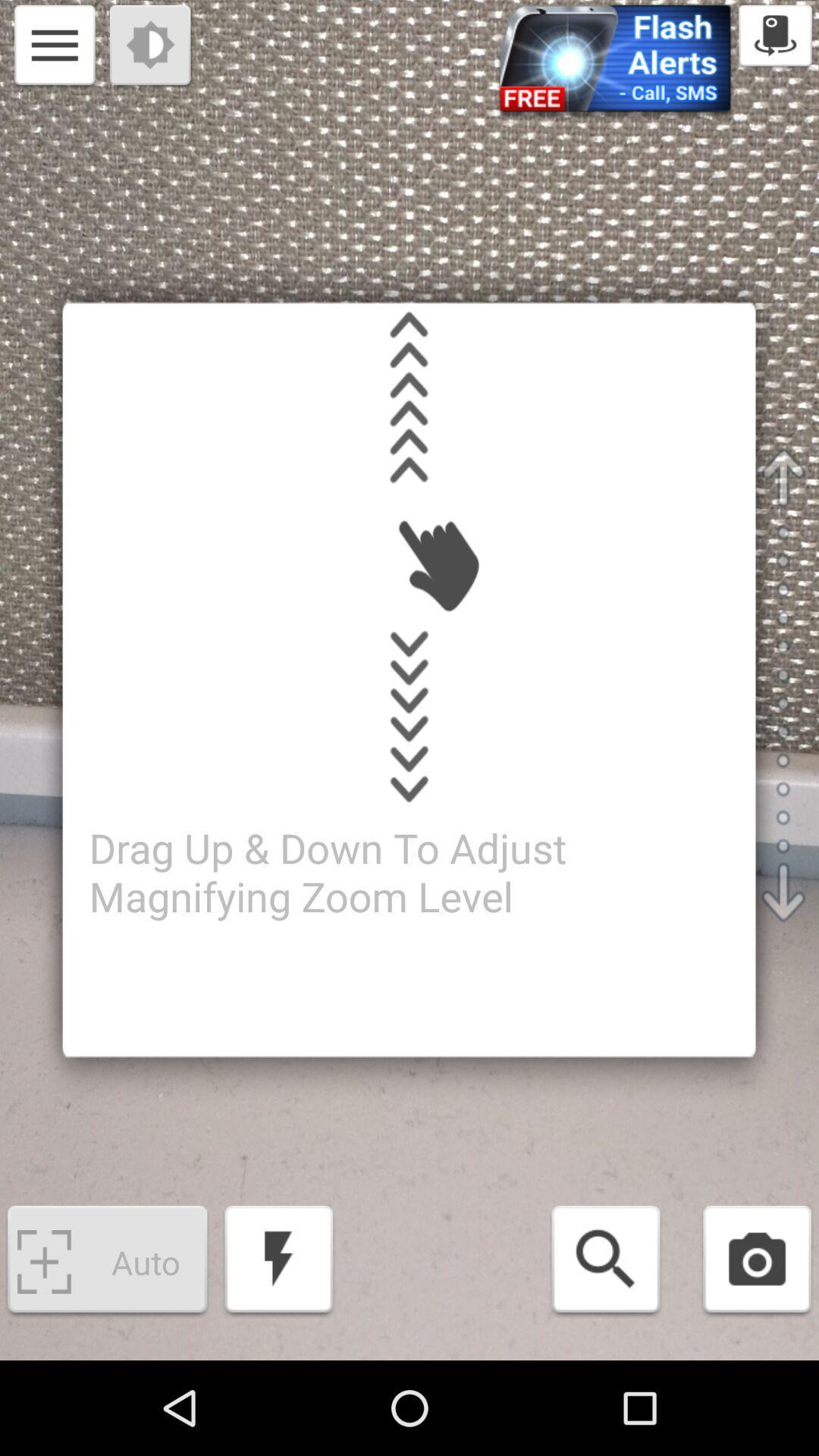 The height and width of the screenshot is (1456, 819). Describe the element at coordinates (278, 1262) in the screenshot. I see `flash icon` at that location.